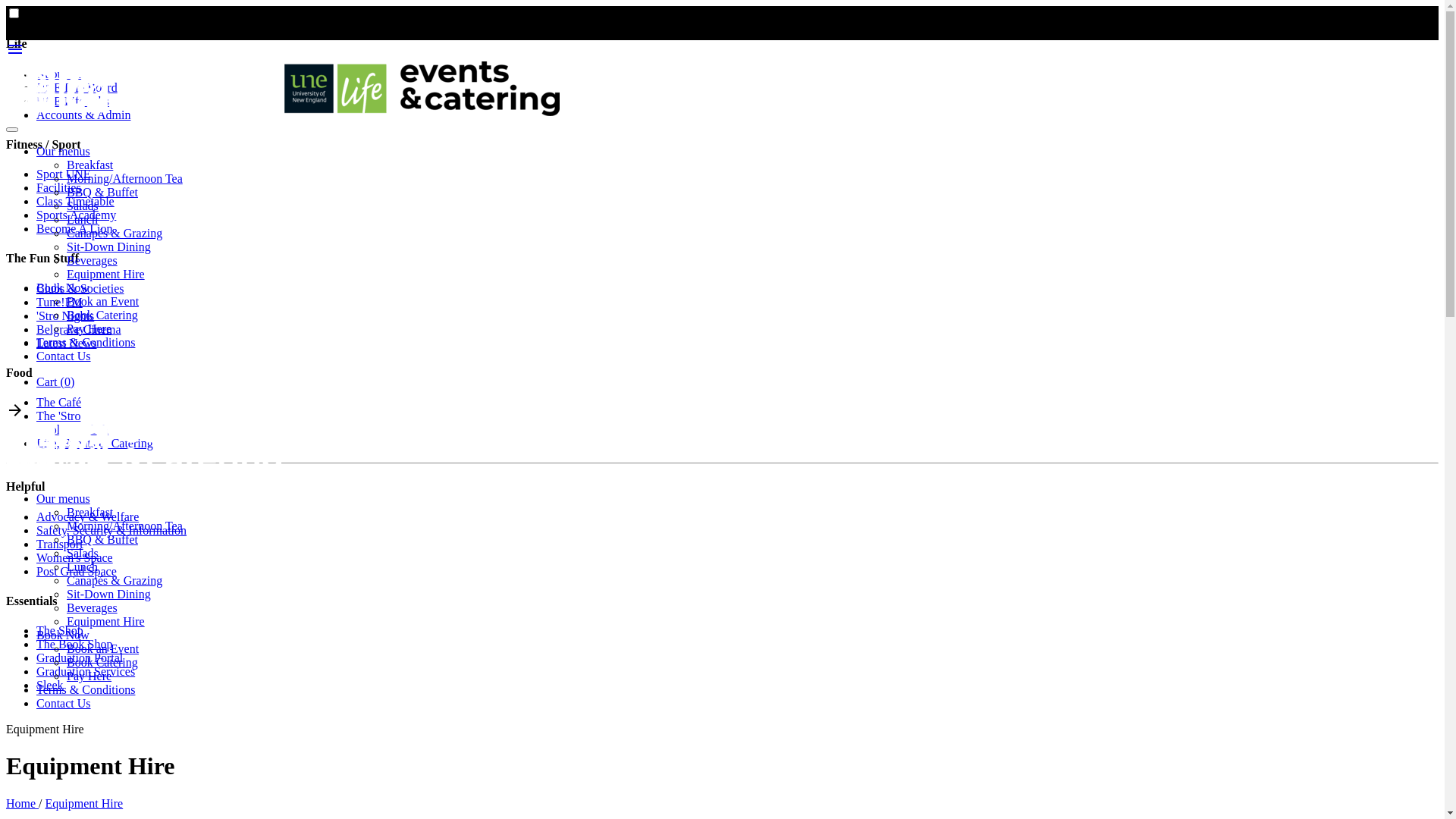  I want to click on 'The Shop', so click(59, 630).